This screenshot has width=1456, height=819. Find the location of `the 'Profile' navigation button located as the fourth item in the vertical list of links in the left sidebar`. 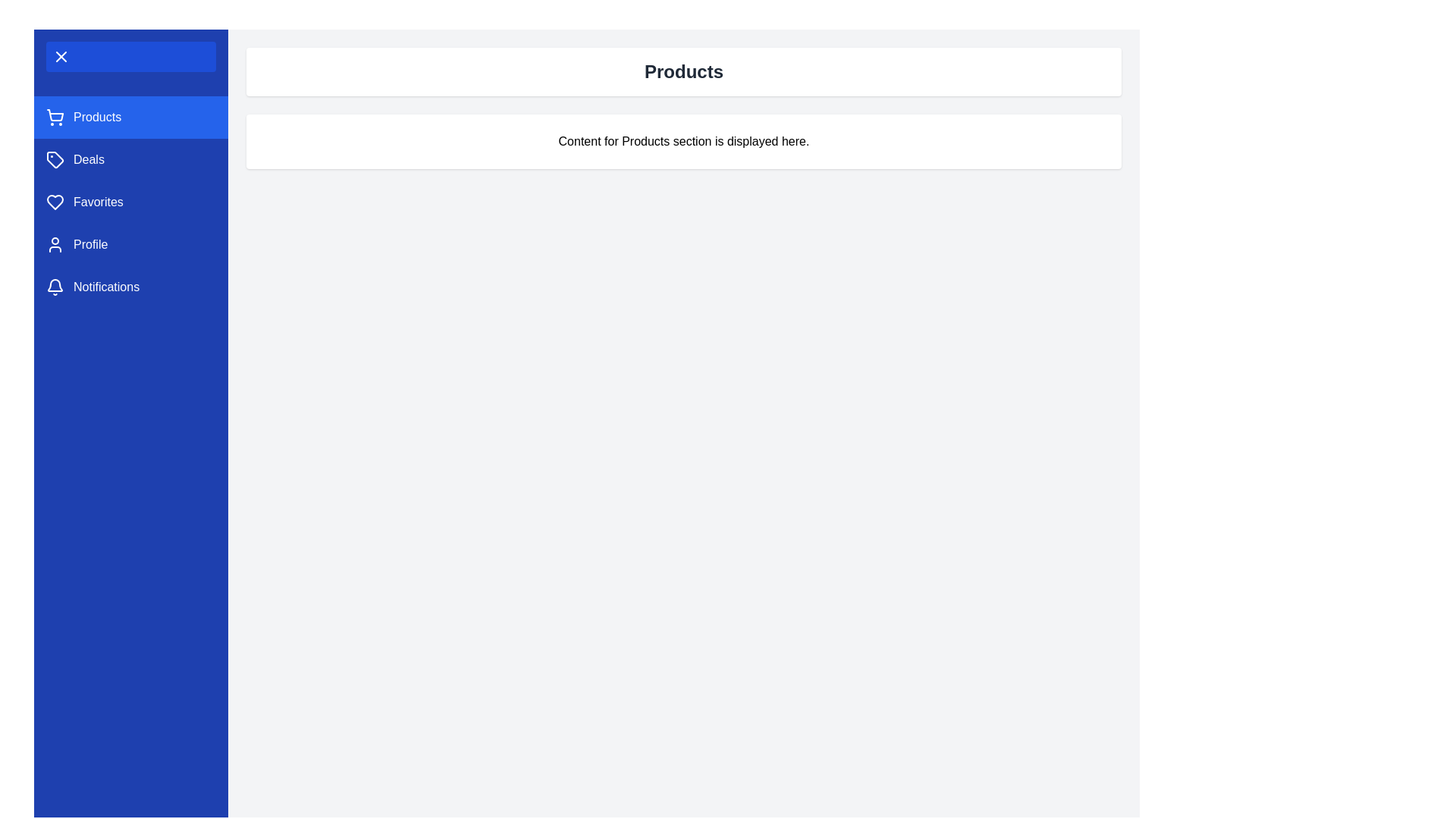

the 'Profile' navigation button located as the fourth item in the vertical list of links in the left sidebar is located at coordinates (130, 244).